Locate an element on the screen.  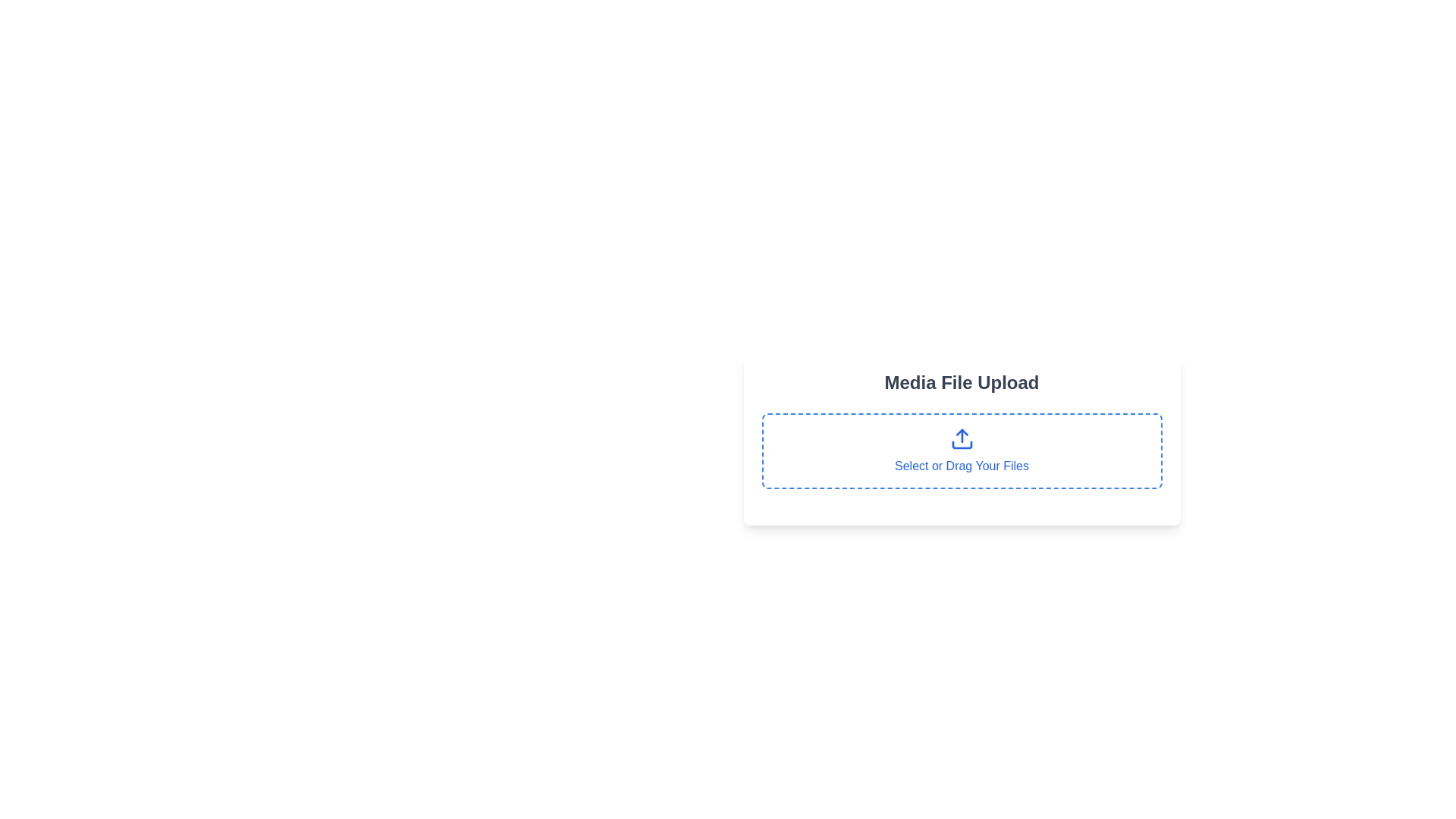
the file upload area located within the 'Media File Upload' card, which is centered below the 'Media File Upload' heading is located at coordinates (961, 450).